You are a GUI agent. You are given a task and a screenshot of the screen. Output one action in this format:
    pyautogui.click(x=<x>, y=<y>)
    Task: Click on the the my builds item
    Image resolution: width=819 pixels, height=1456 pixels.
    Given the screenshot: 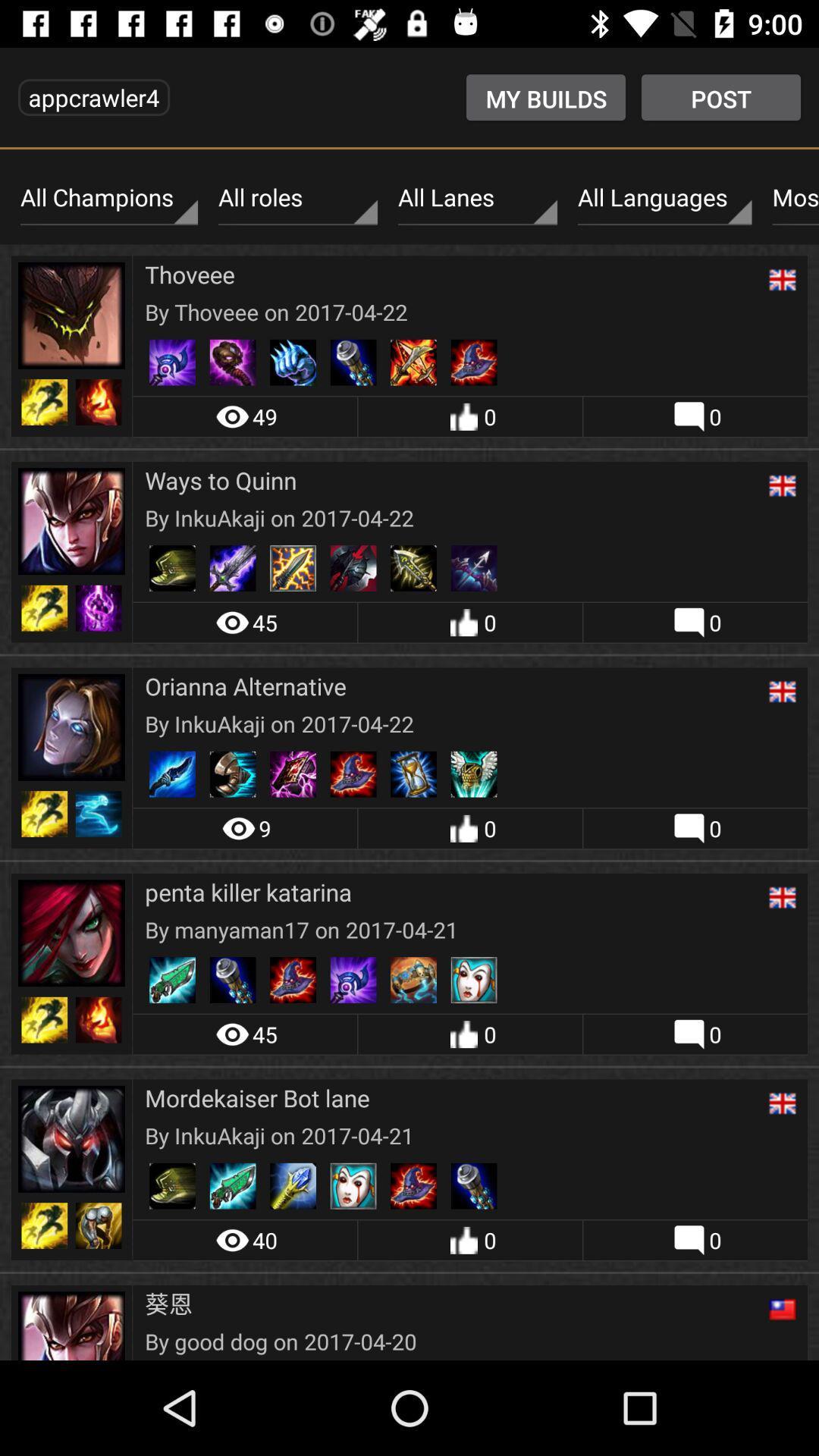 What is the action you would take?
    pyautogui.click(x=546, y=96)
    